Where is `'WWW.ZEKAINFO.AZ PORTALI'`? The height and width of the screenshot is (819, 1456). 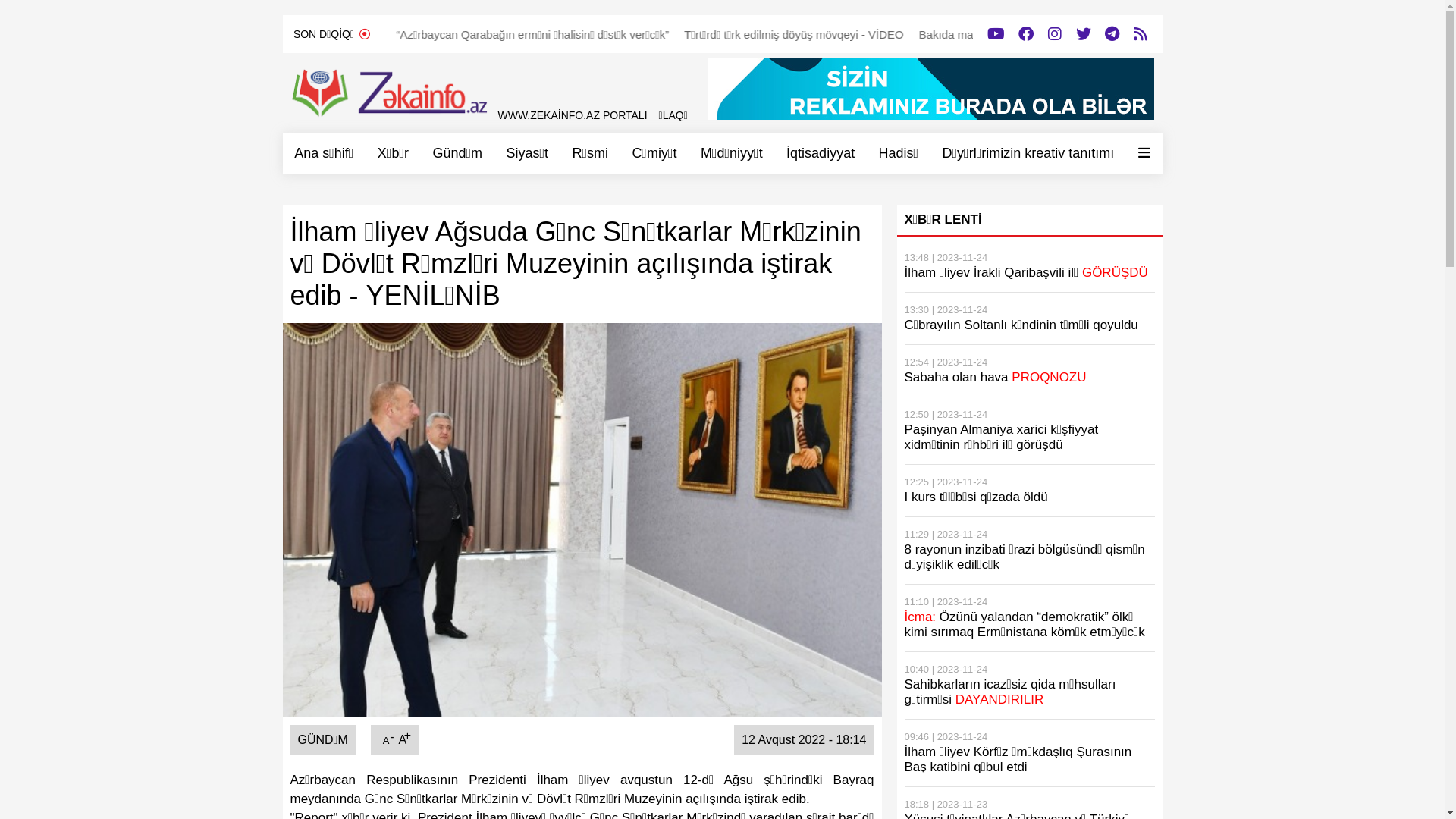 'WWW.ZEKAINFO.AZ PORTALI' is located at coordinates (571, 114).